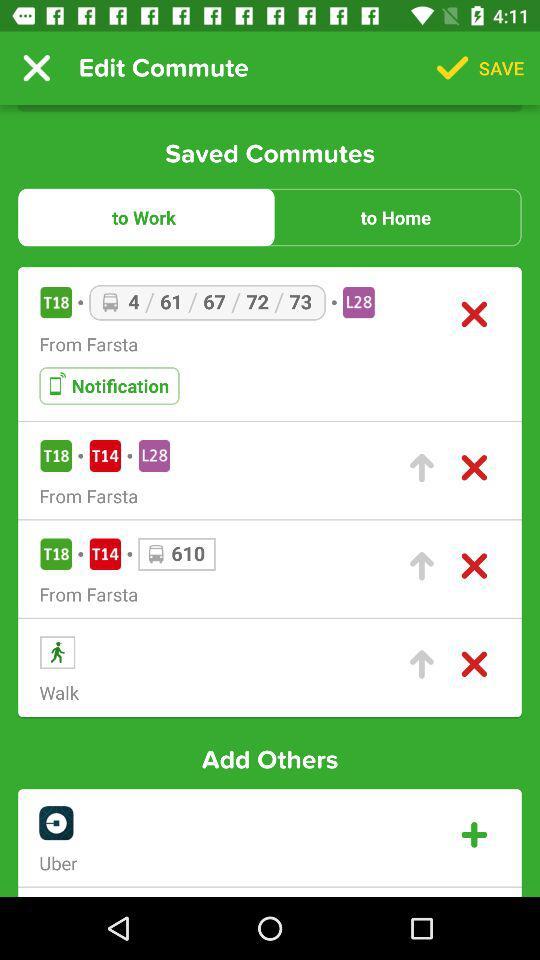 Image resolution: width=540 pixels, height=960 pixels. Describe the element at coordinates (143, 217) in the screenshot. I see `to work item` at that location.